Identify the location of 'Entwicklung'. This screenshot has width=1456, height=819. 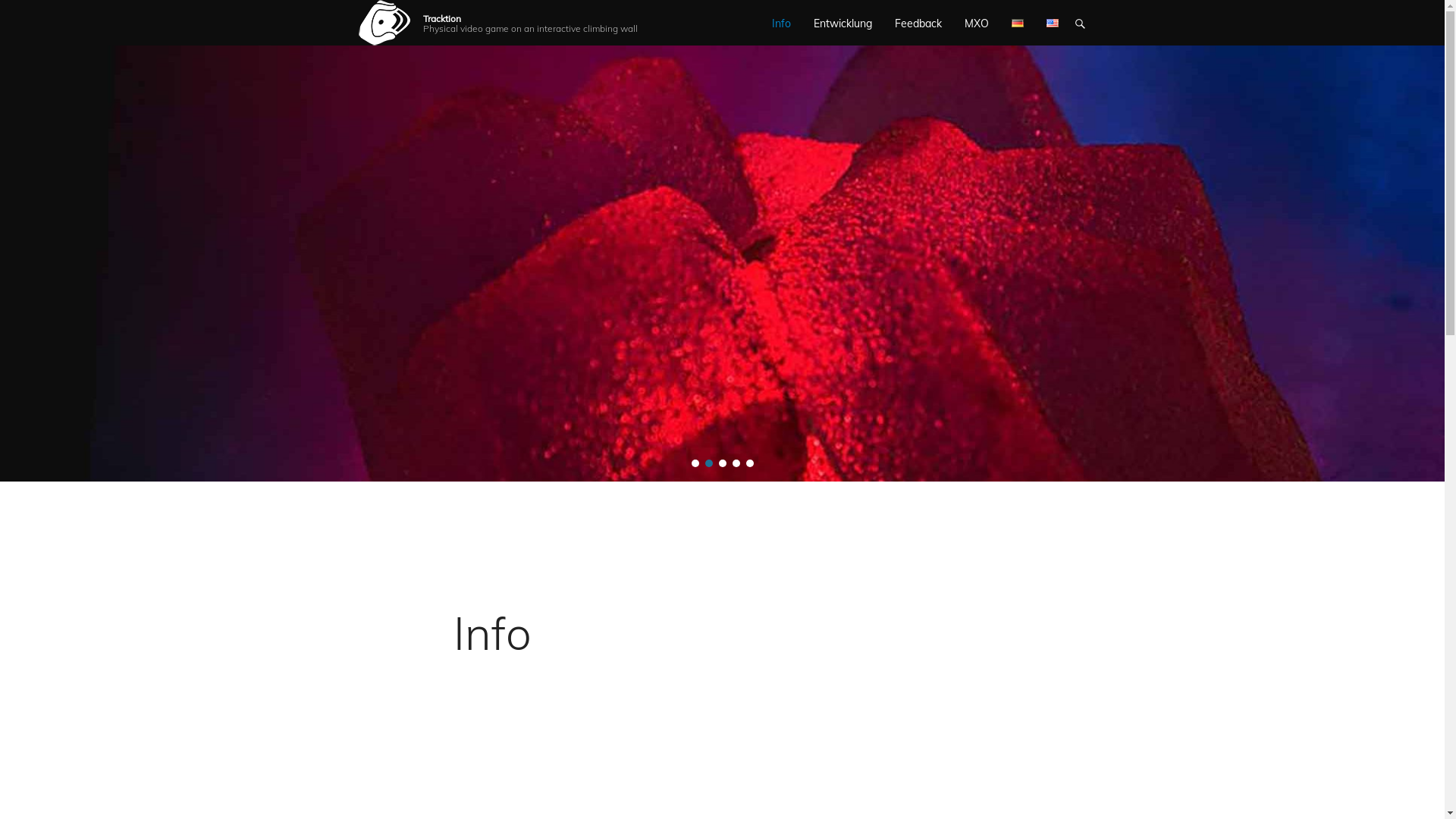
(841, 22).